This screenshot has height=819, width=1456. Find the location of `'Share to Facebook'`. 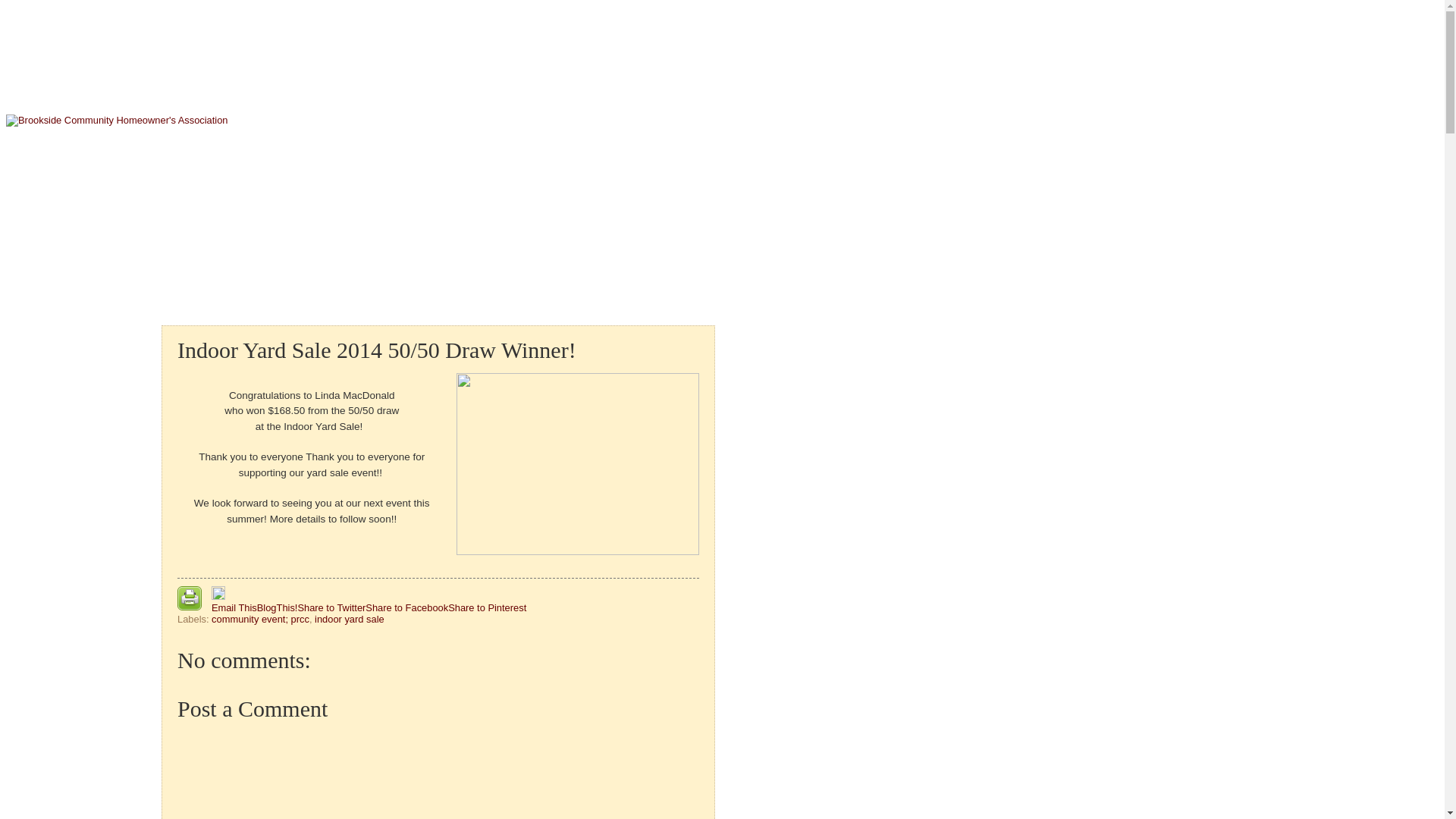

'Share to Facebook' is located at coordinates (406, 607).